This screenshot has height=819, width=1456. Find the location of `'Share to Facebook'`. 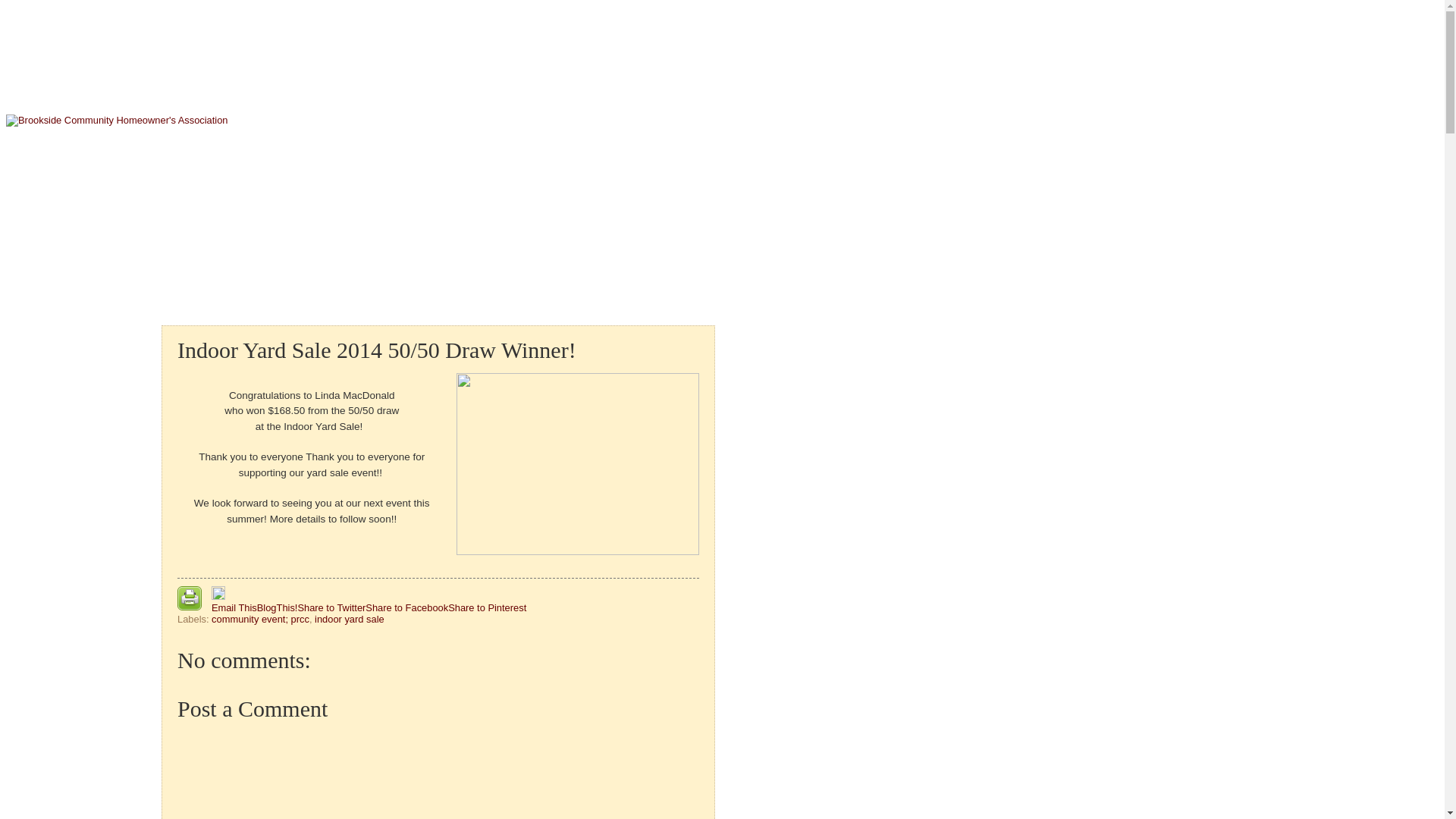

'Share to Facebook' is located at coordinates (406, 607).